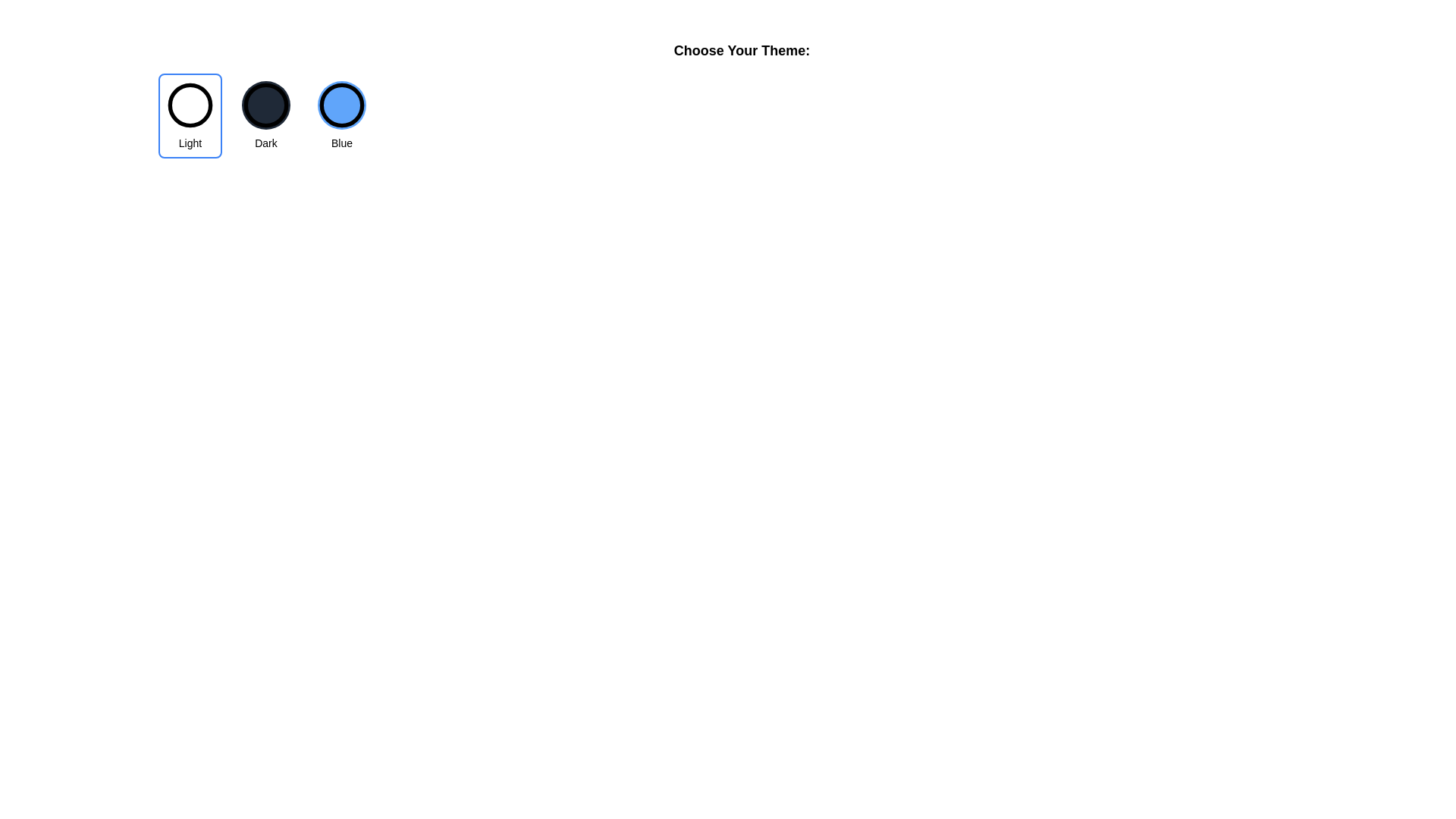 Image resolution: width=1456 pixels, height=819 pixels. What do you see at coordinates (189, 115) in the screenshot?
I see `the 'Light' button which is a rectangular button with a circular icon and the label 'Light' below it, located at the leftmost position of the theme selection options` at bounding box center [189, 115].